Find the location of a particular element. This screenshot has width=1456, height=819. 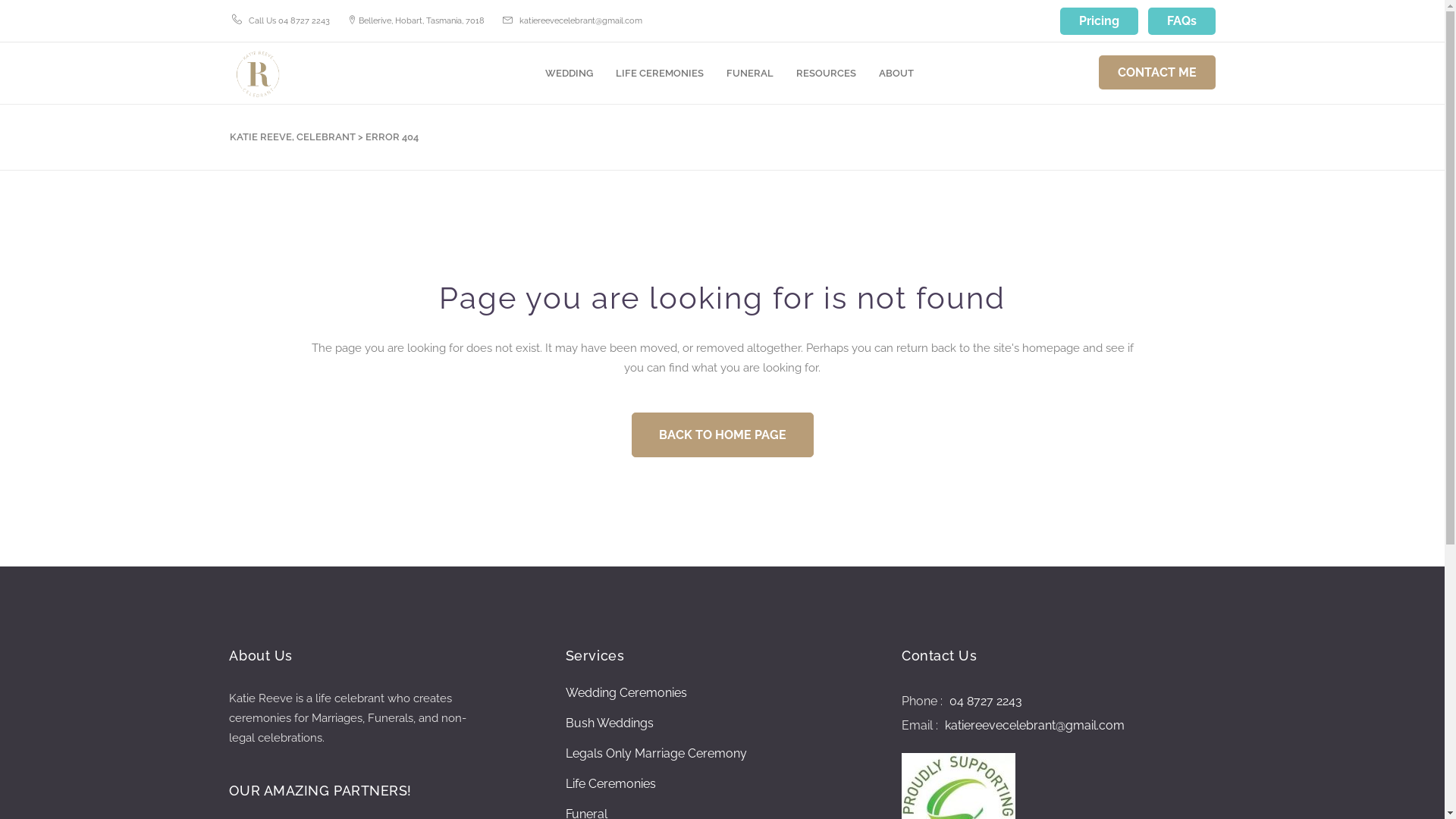

'LIFE CEREMONIES' is located at coordinates (603, 73).